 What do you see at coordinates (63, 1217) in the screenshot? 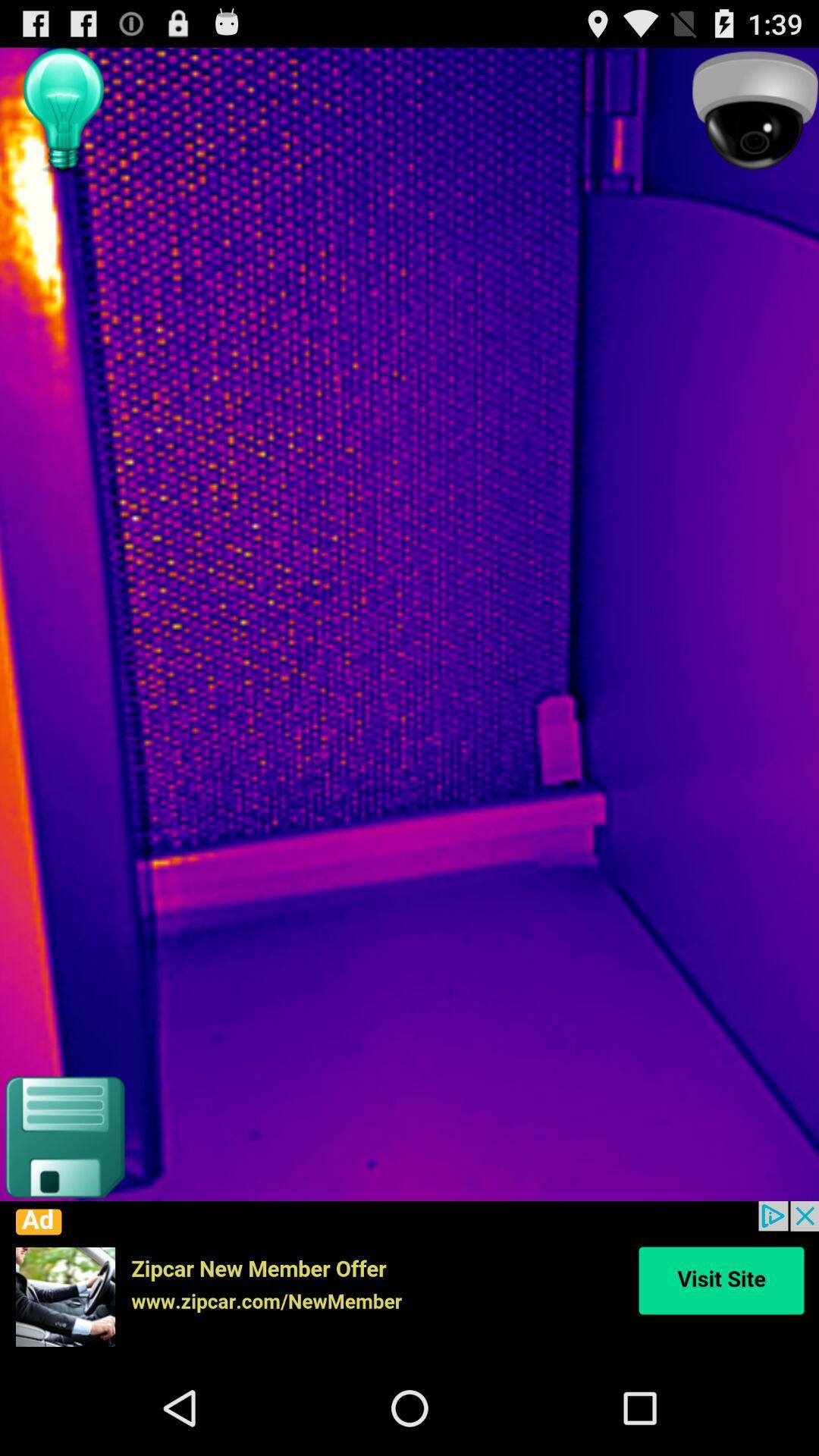
I see `the save icon` at bounding box center [63, 1217].